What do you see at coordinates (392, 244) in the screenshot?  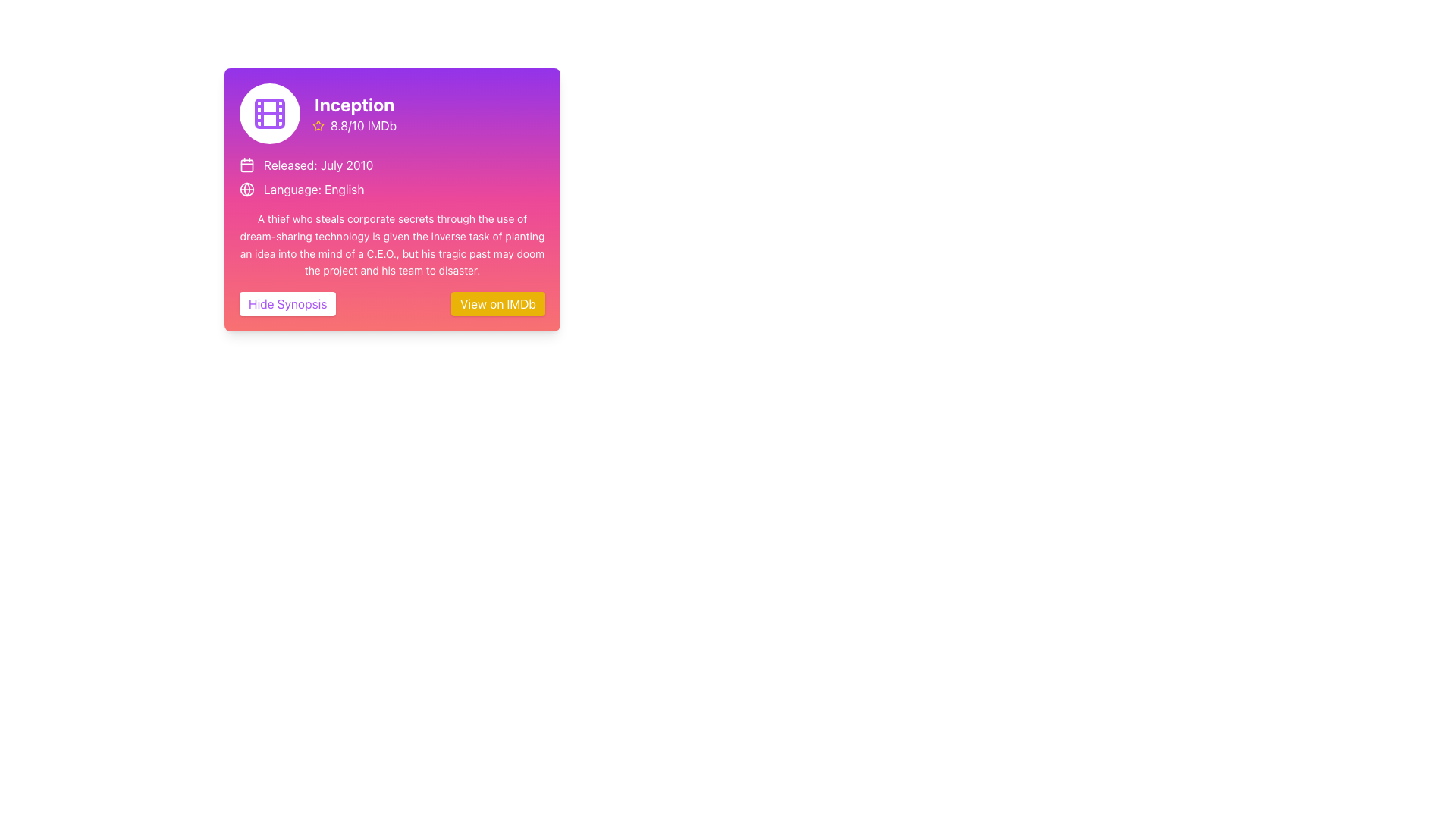 I see `the third text block in the movie details card, which describes the movie plot and is styled in a light color on a vibrant background gradient` at bounding box center [392, 244].